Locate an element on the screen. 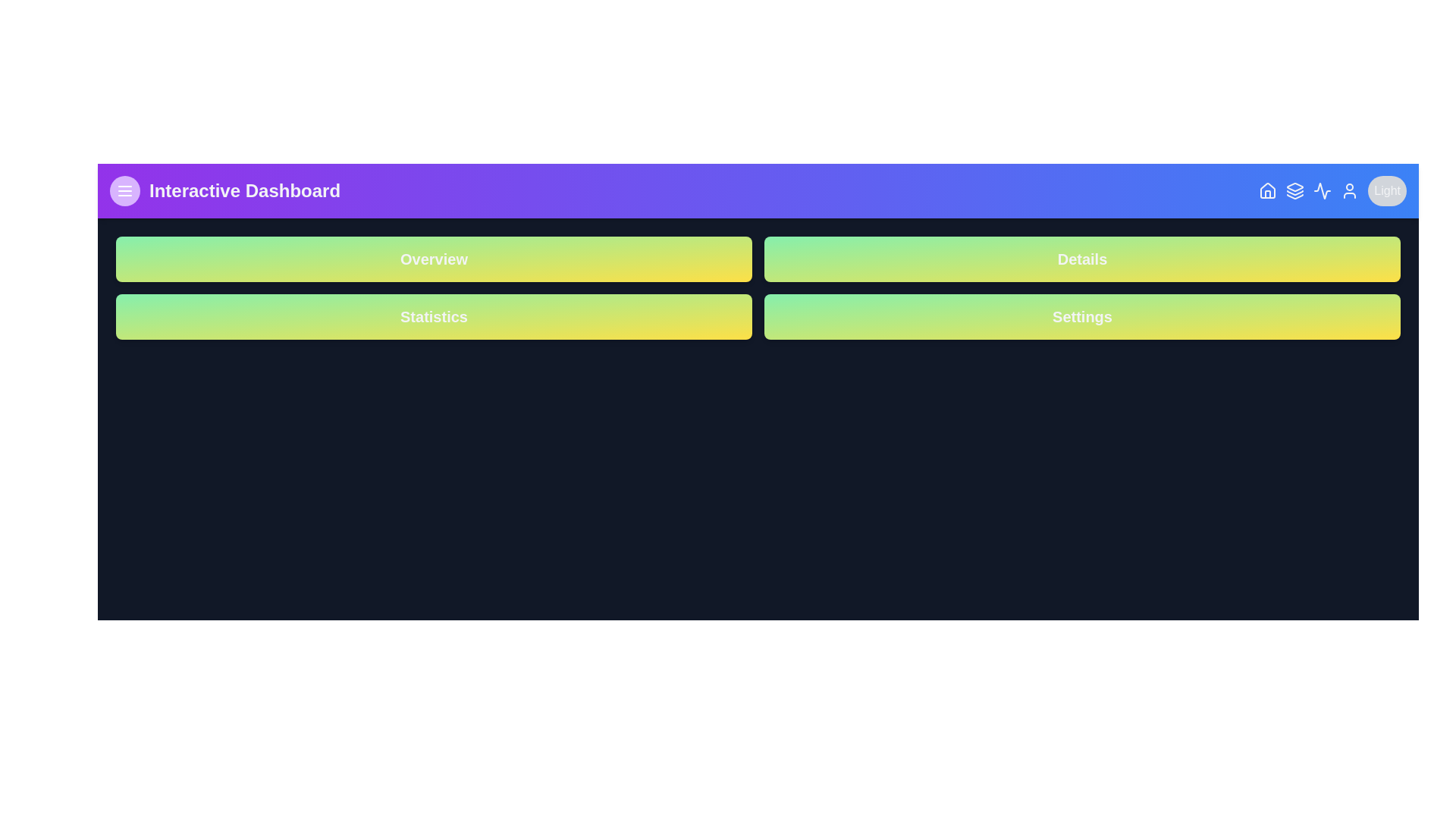 Image resolution: width=1456 pixels, height=819 pixels. the Layers icon in the header is located at coordinates (1294, 190).